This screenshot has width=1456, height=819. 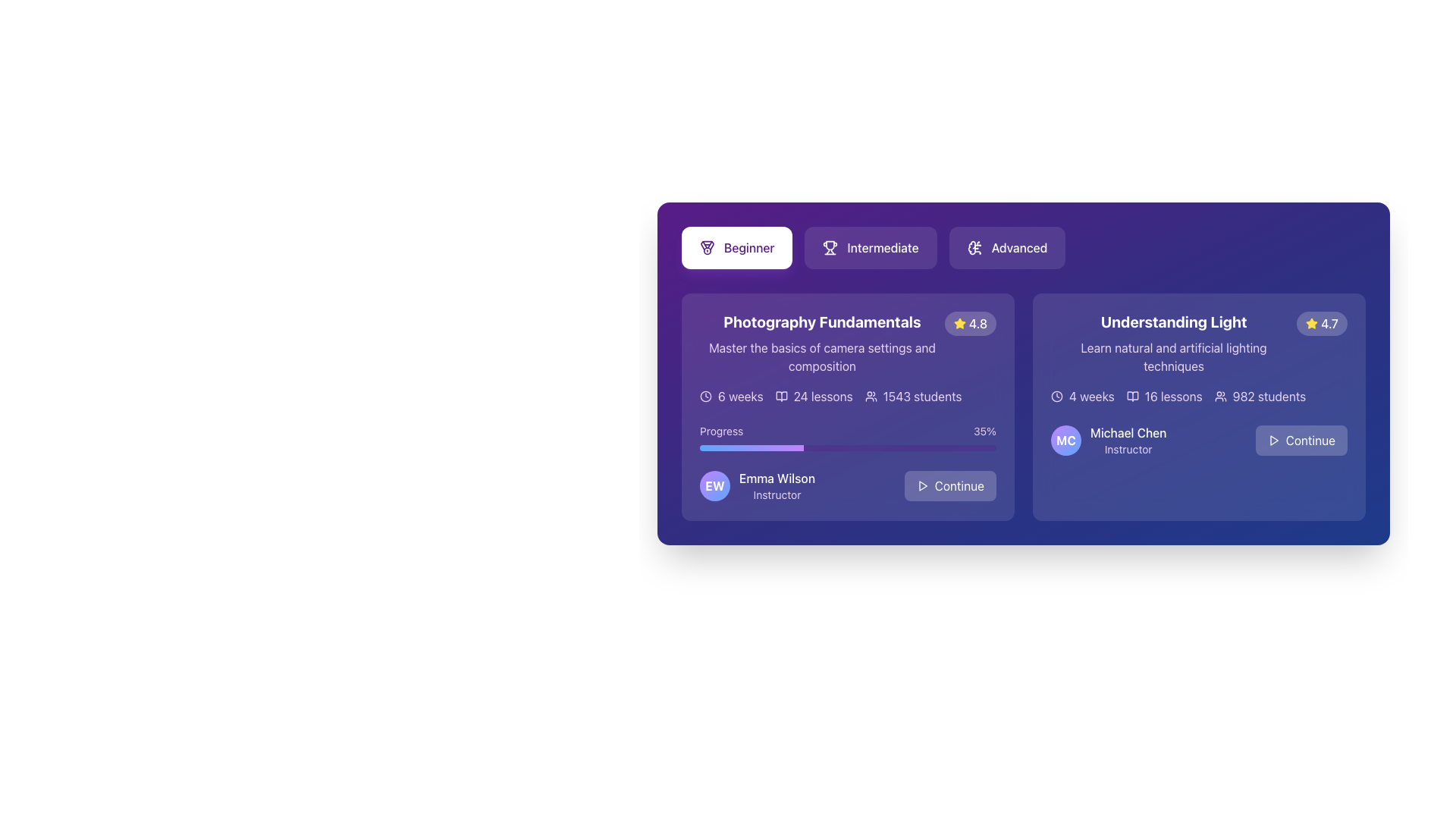 I want to click on the static rating indicator badge displaying the rating value '4.8' with a yellow star icon, located in the upper right corner of the 'Photography Fundamentals' card, so click(x=969, y=323).